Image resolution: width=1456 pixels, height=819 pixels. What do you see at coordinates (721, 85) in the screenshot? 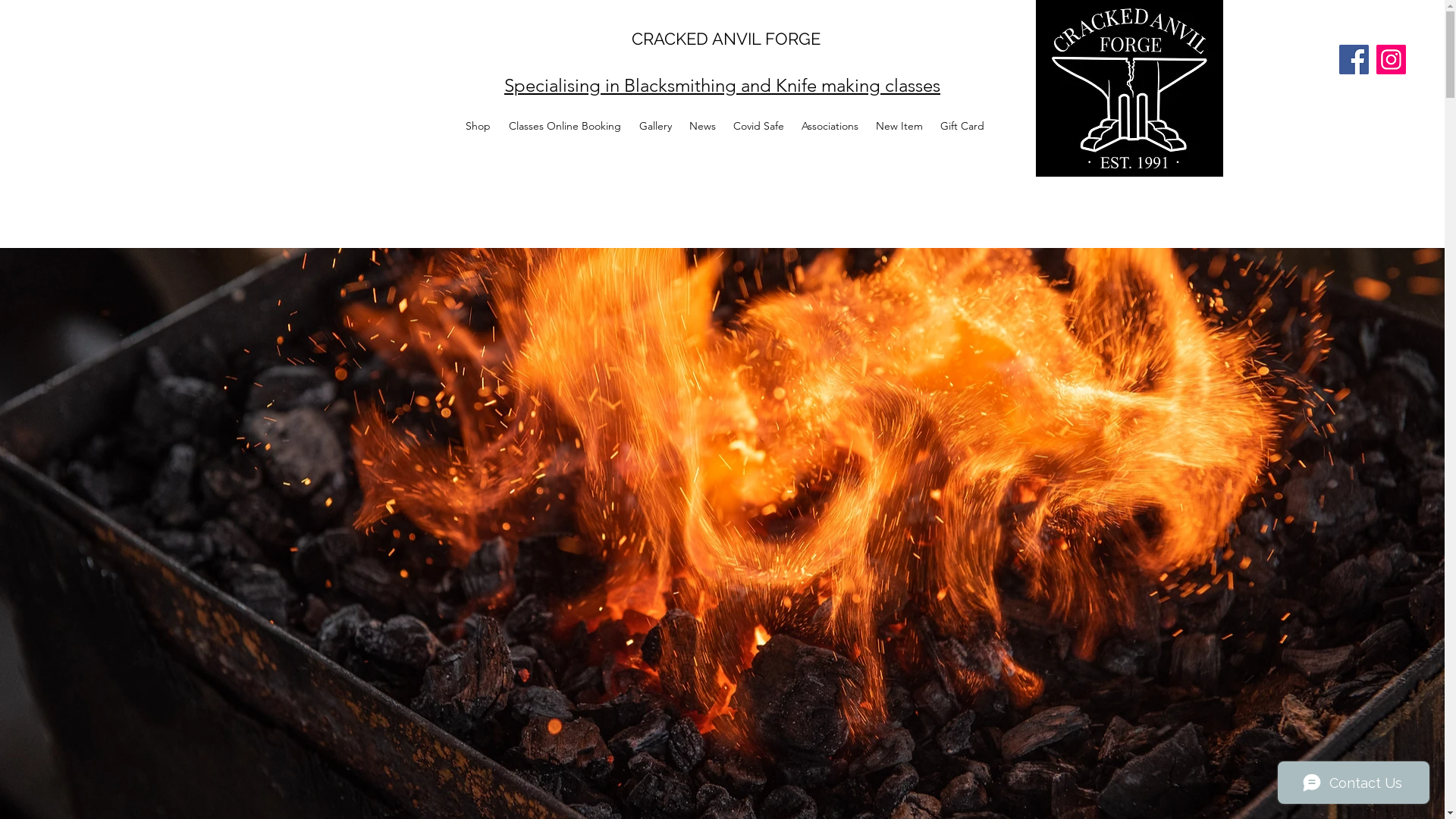
I see `'Specialising in Blacksmithing and Knife making classes'` at bounding box center [721, 85].